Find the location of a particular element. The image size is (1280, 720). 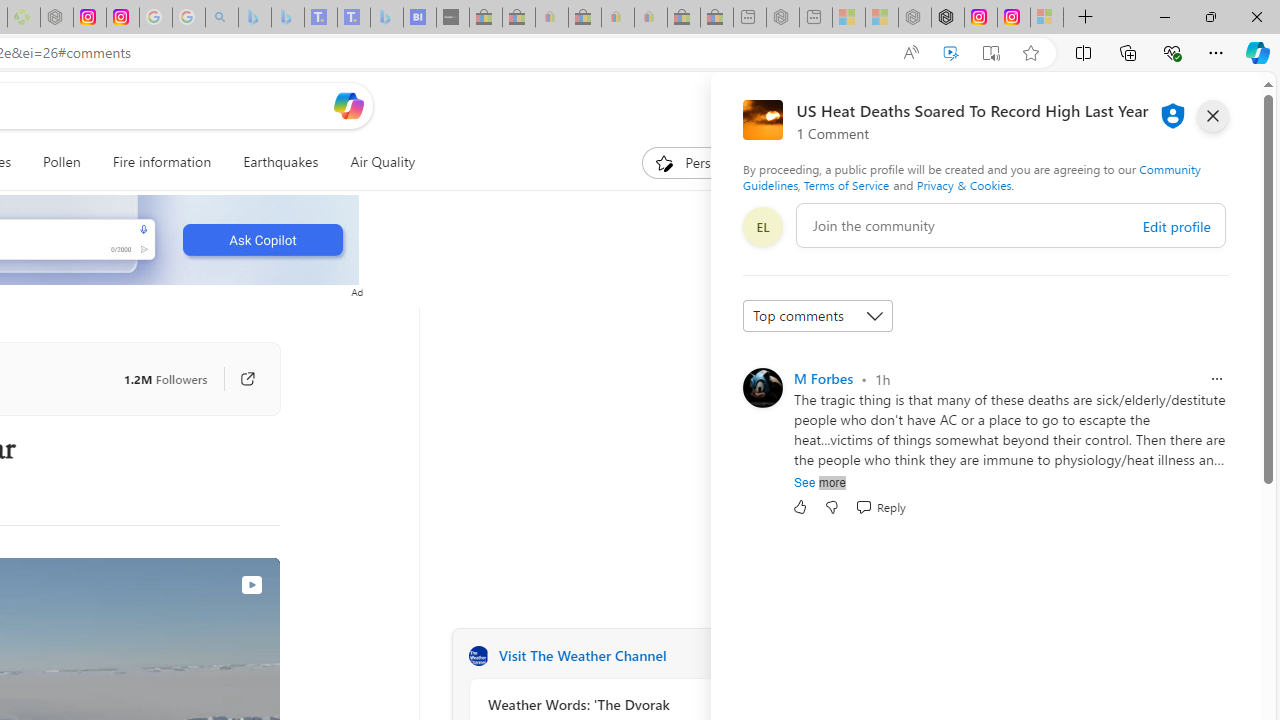

'Threats and offensive language policy | eBay - Sleeping' is located at coordinates (616, 17).